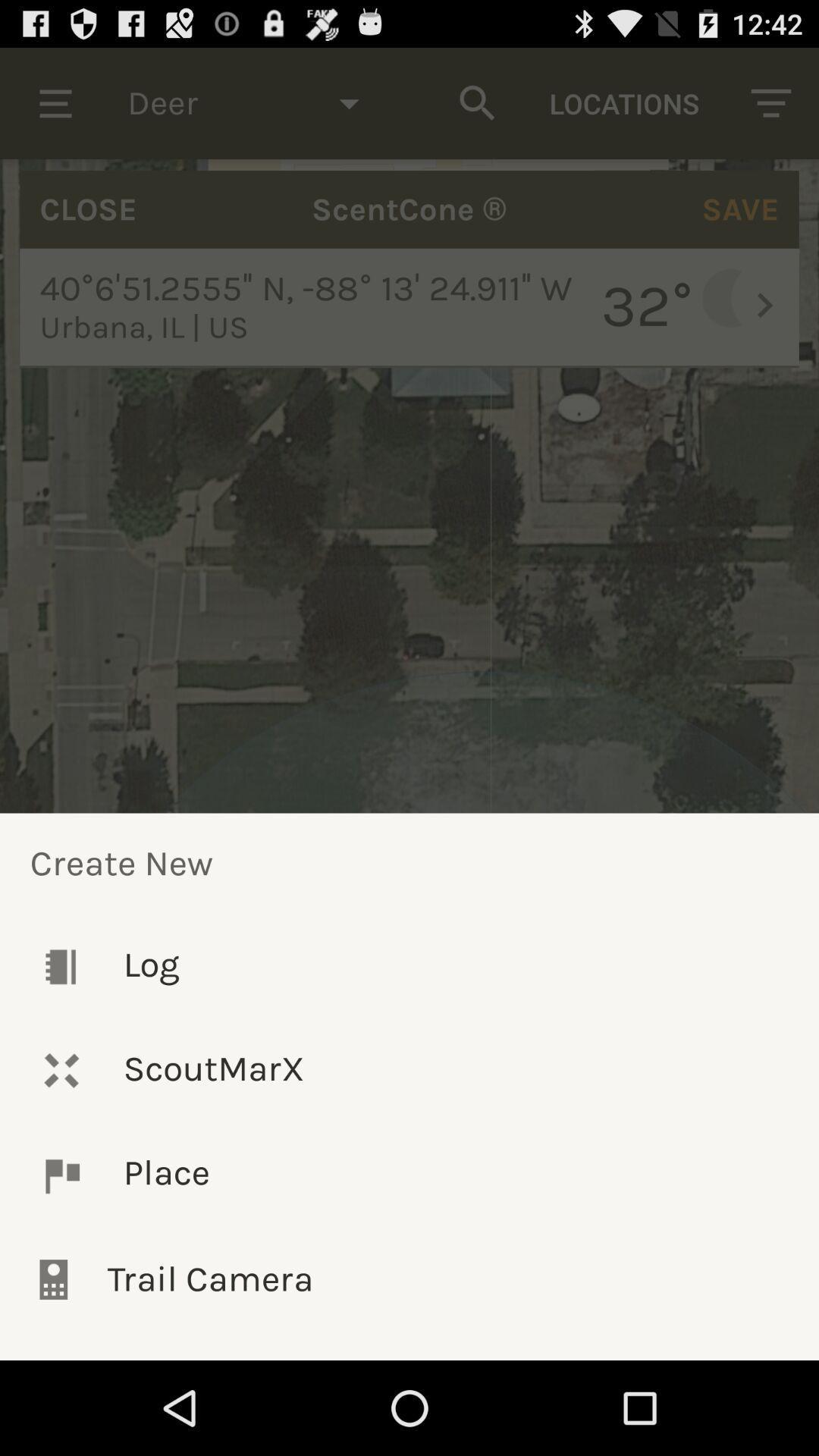 The width and height of the screenshot is (819, 1456). I want to click on scoutmarx, so click(409, 1069).